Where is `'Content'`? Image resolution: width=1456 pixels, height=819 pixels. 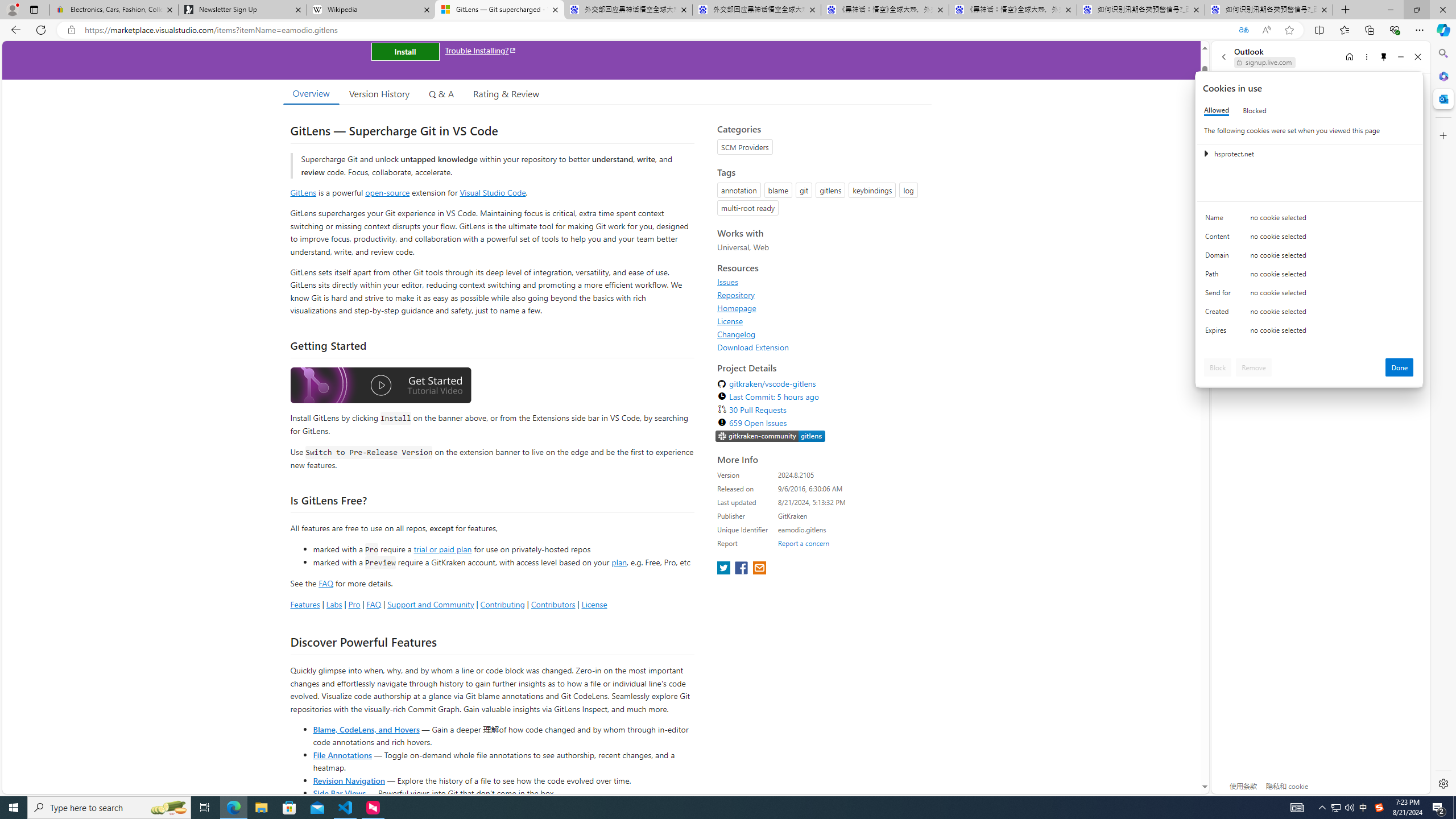
'Content' is located at coordinates (1219, 239).